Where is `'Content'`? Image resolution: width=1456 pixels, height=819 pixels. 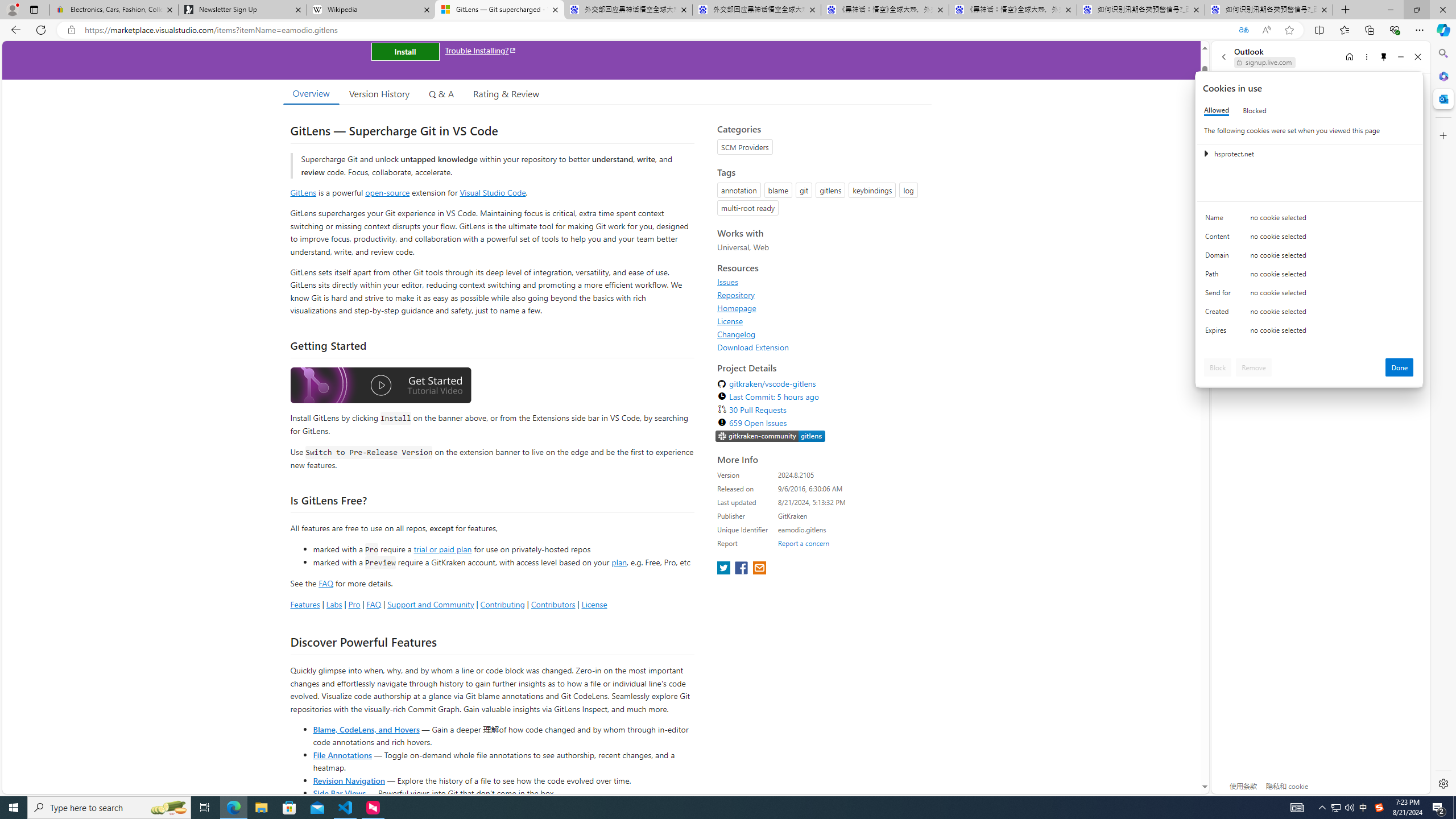
'Content' is located at coordinates (1219, 239).